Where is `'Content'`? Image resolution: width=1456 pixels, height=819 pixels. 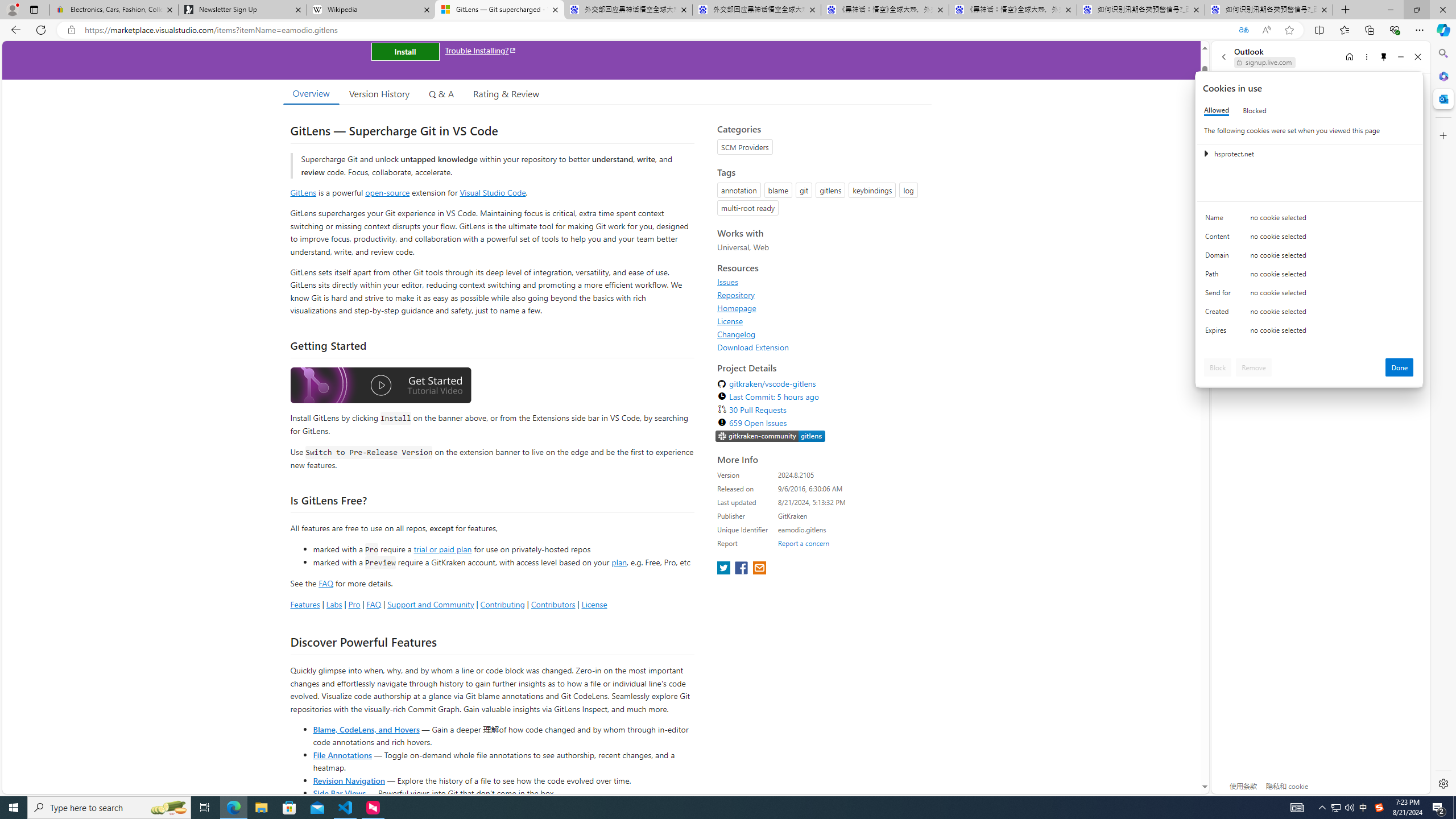
'Content' is located at coordinates (1219, 239).